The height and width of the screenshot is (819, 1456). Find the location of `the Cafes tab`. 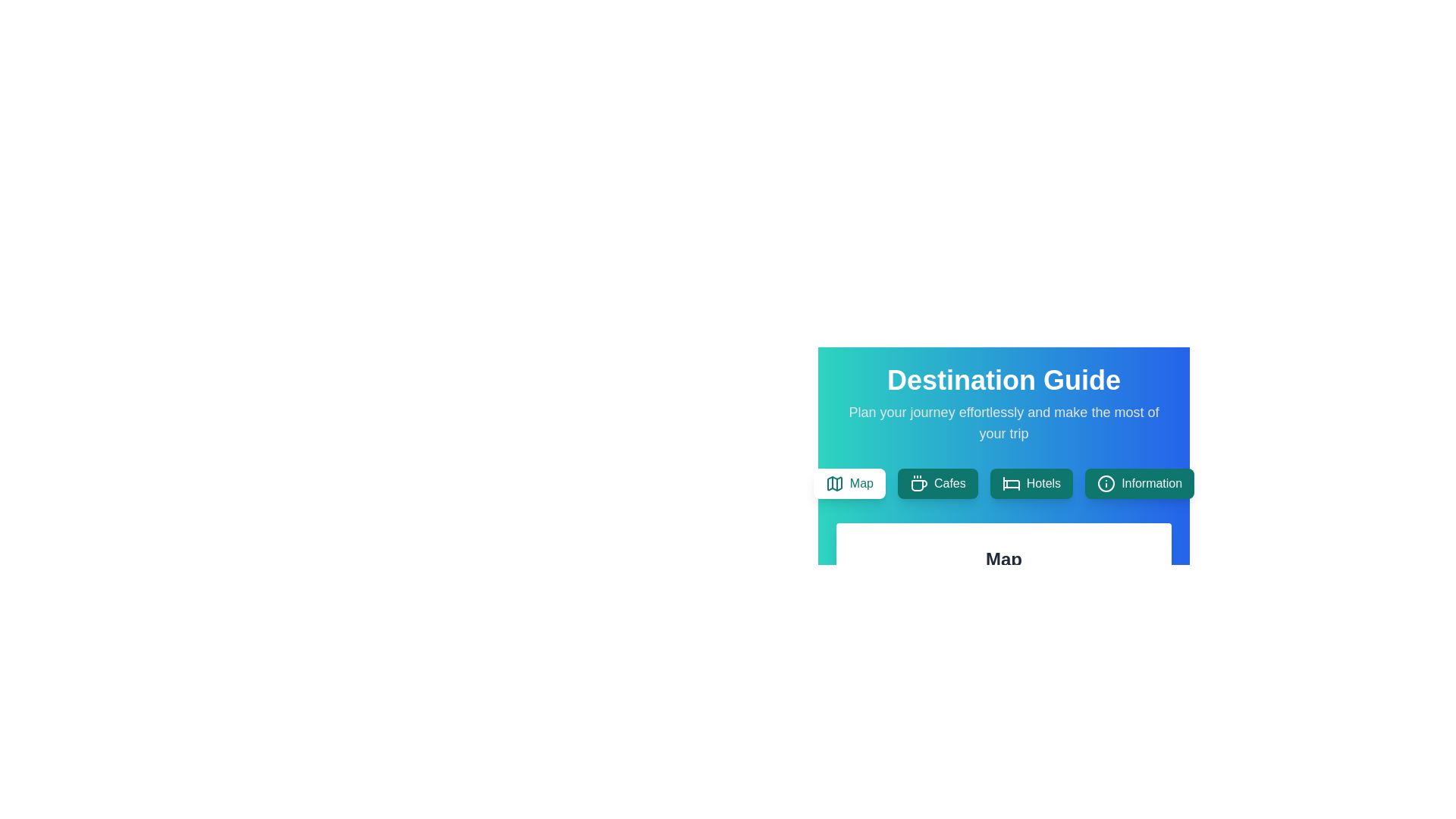

the Cafes tab is located at coordinates (937, 483).